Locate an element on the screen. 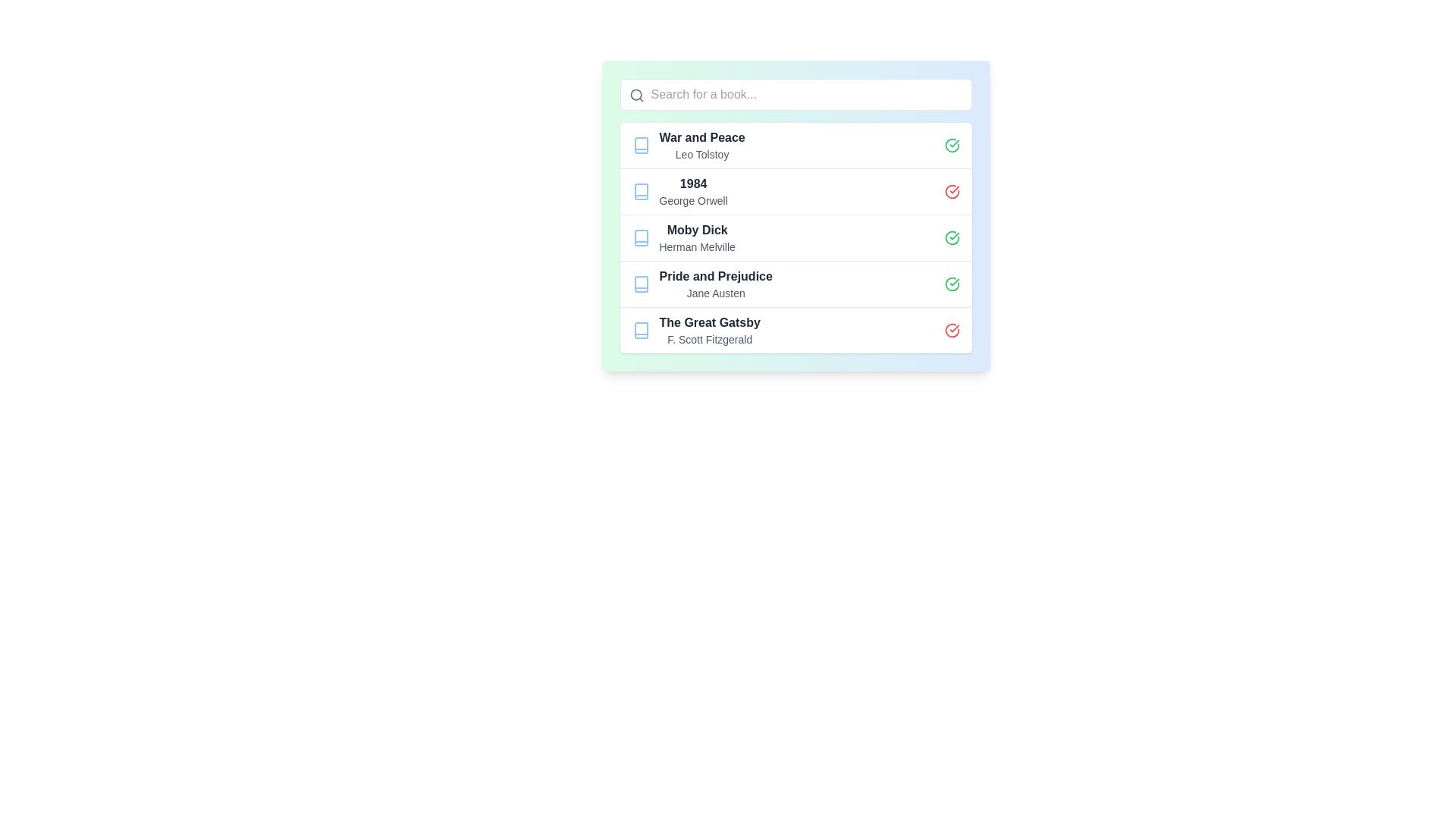 The height and width of the screenshot is (819, 1456). the list item representing the book record with its title and author, located centrally below the search bar and at the third position in the list is located at coordinates (795, 216).